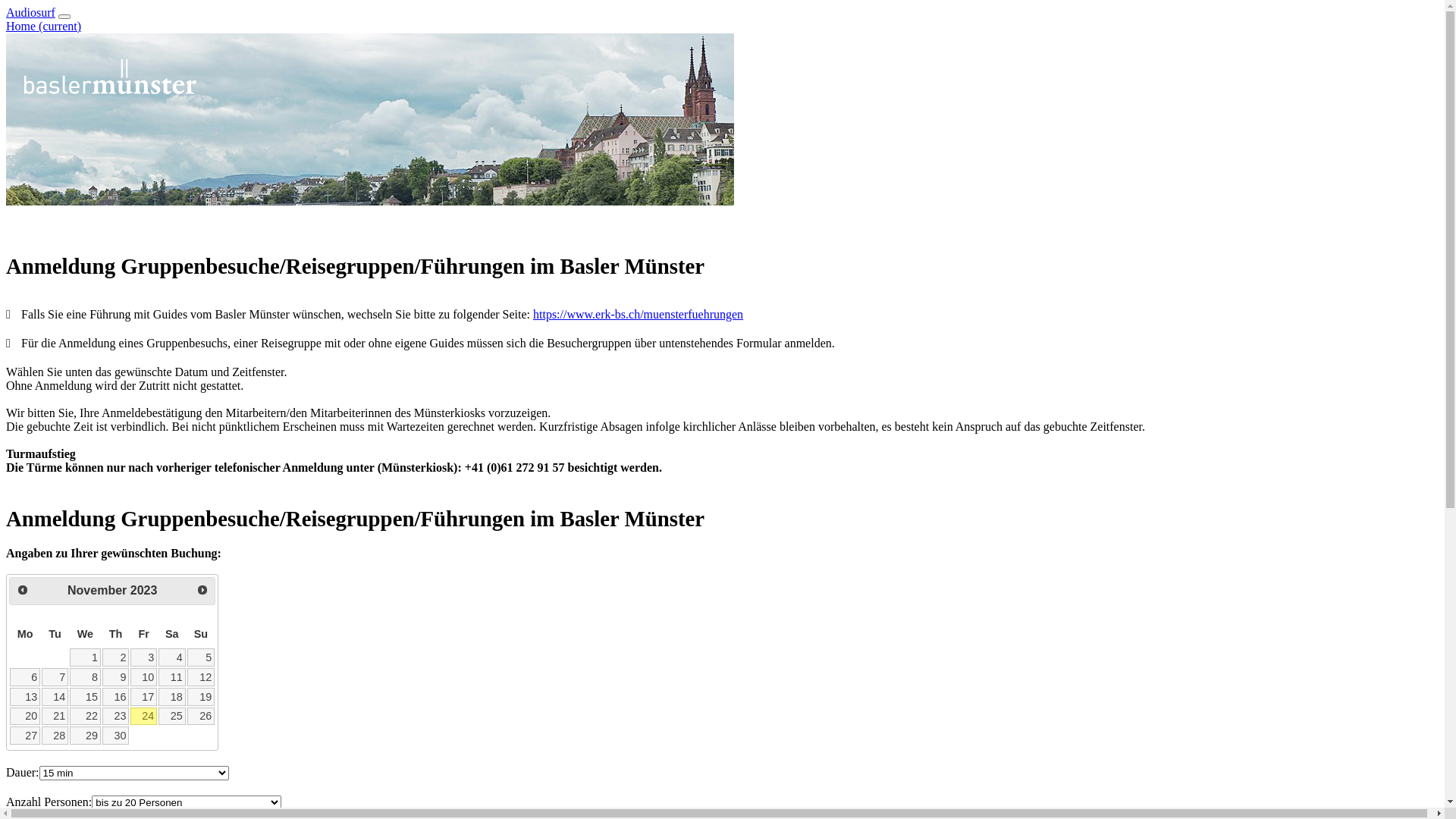 This screenshot has width=1456, height=819. What do you see at coordinates (84, 696) in the screenshot?
I see `'15'` at bounding box center [84, 696].